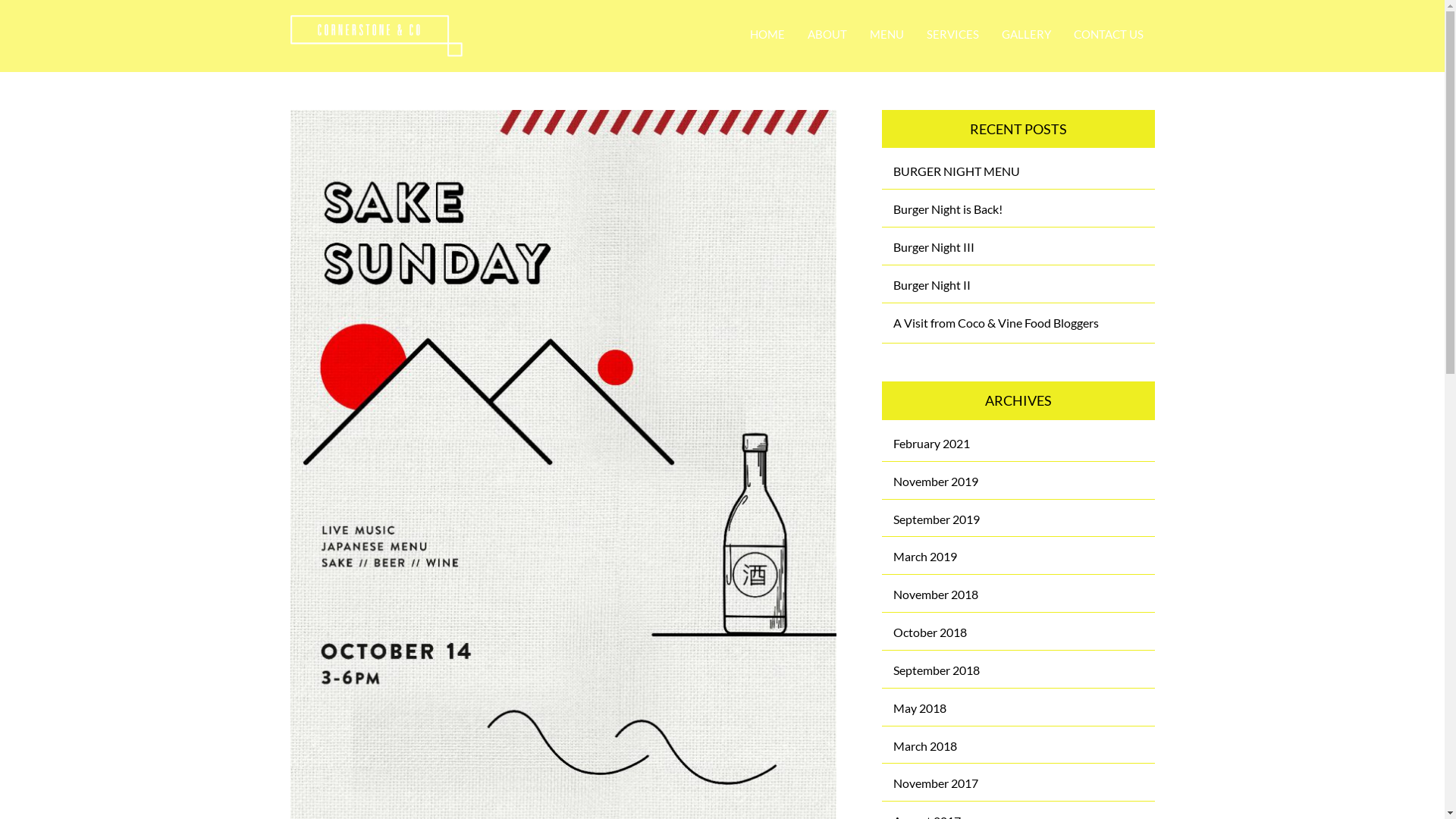 This screenshot has height=819, width=1456. What do you see at coordinates (930, 284) in the screenshot?
I see `'Burger Night II'` at bounding box center [930, 284].